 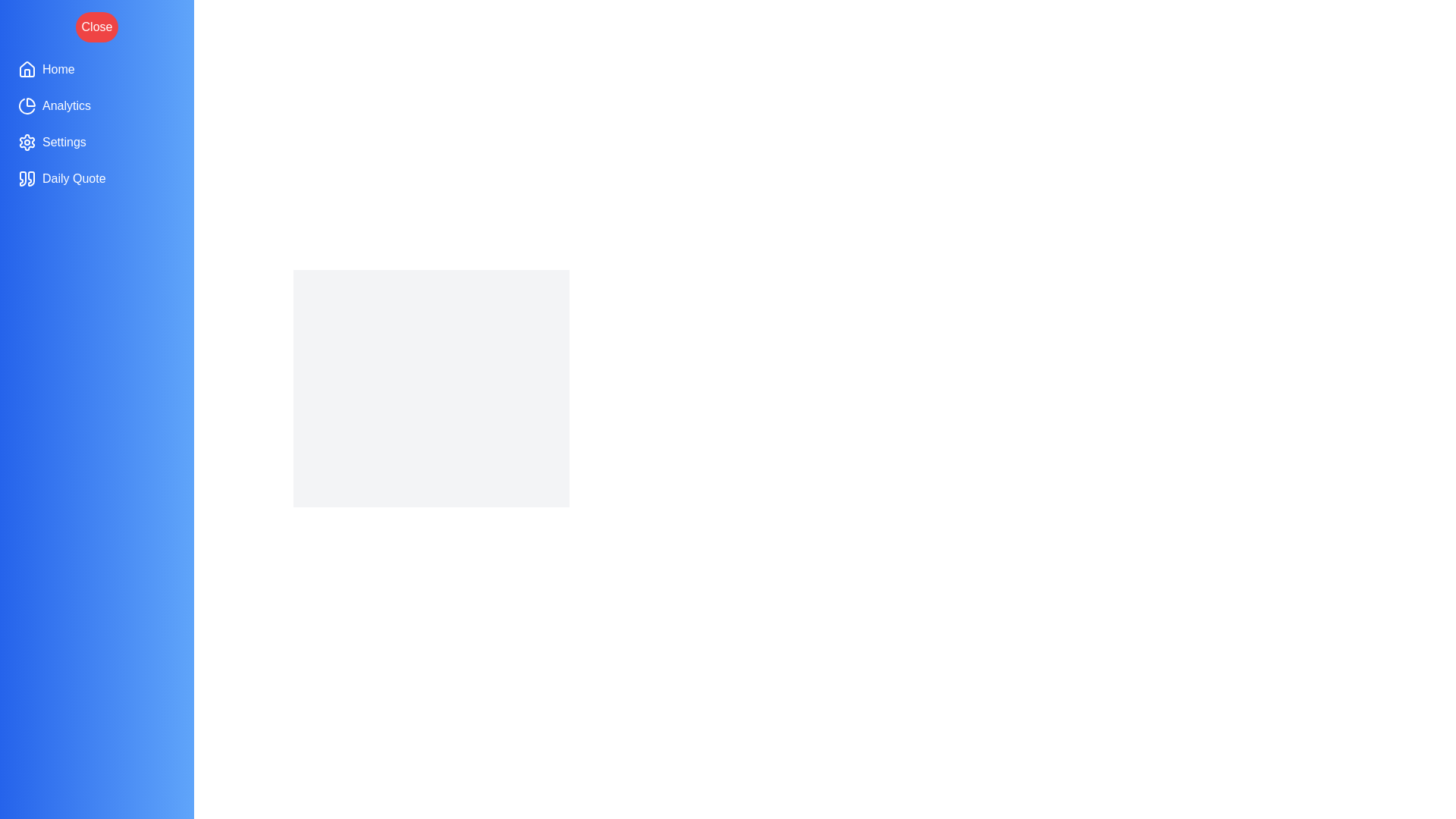 What do you see at coordinates (96, 70) in the screenshot?
I see `the menu item labeled Home` at bounding box center [96, 70].